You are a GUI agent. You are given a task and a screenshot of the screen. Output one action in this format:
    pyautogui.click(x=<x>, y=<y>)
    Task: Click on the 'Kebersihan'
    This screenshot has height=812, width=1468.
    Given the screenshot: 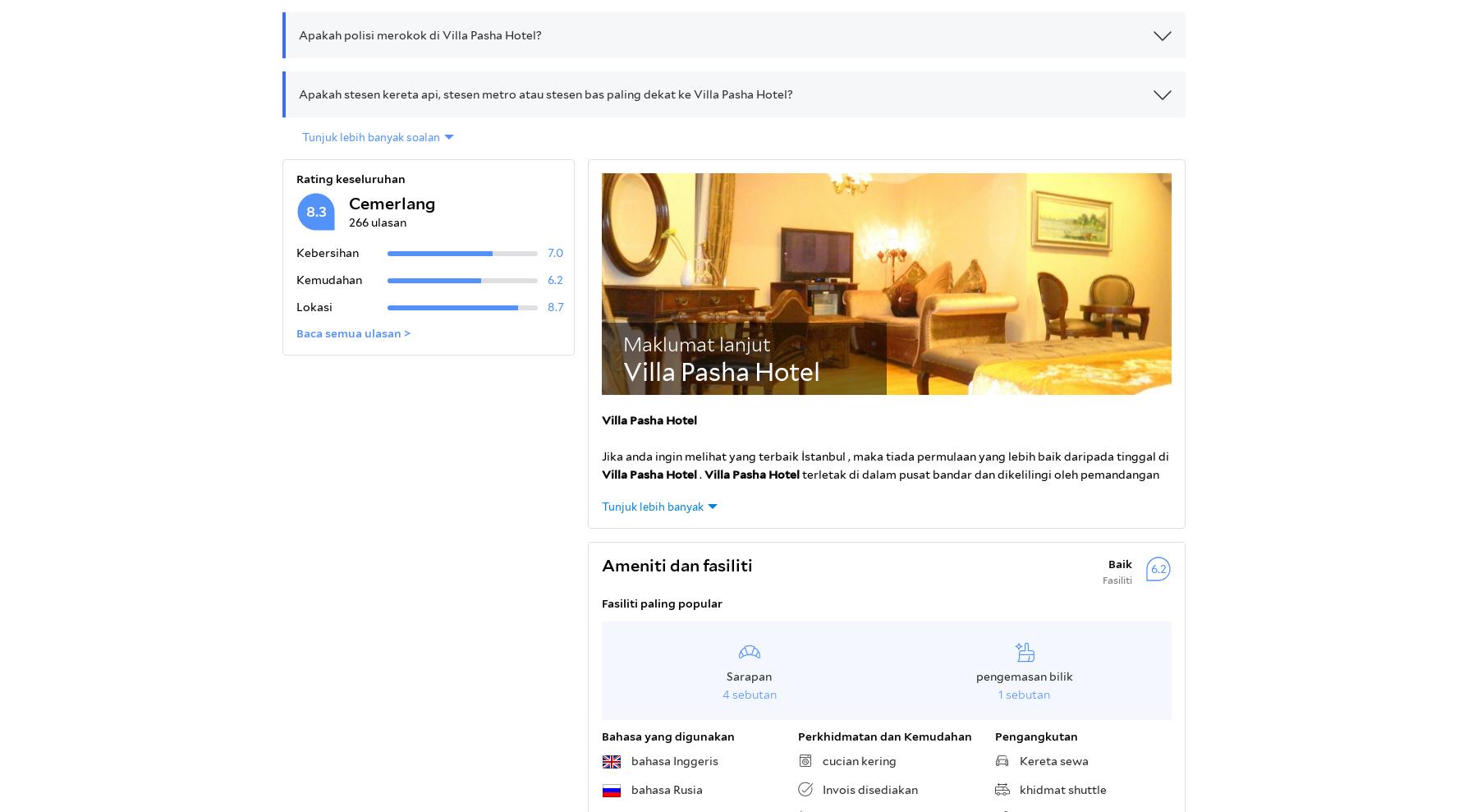 What is the action you would take?
    pyautogui.click(x=327, y=252)
    